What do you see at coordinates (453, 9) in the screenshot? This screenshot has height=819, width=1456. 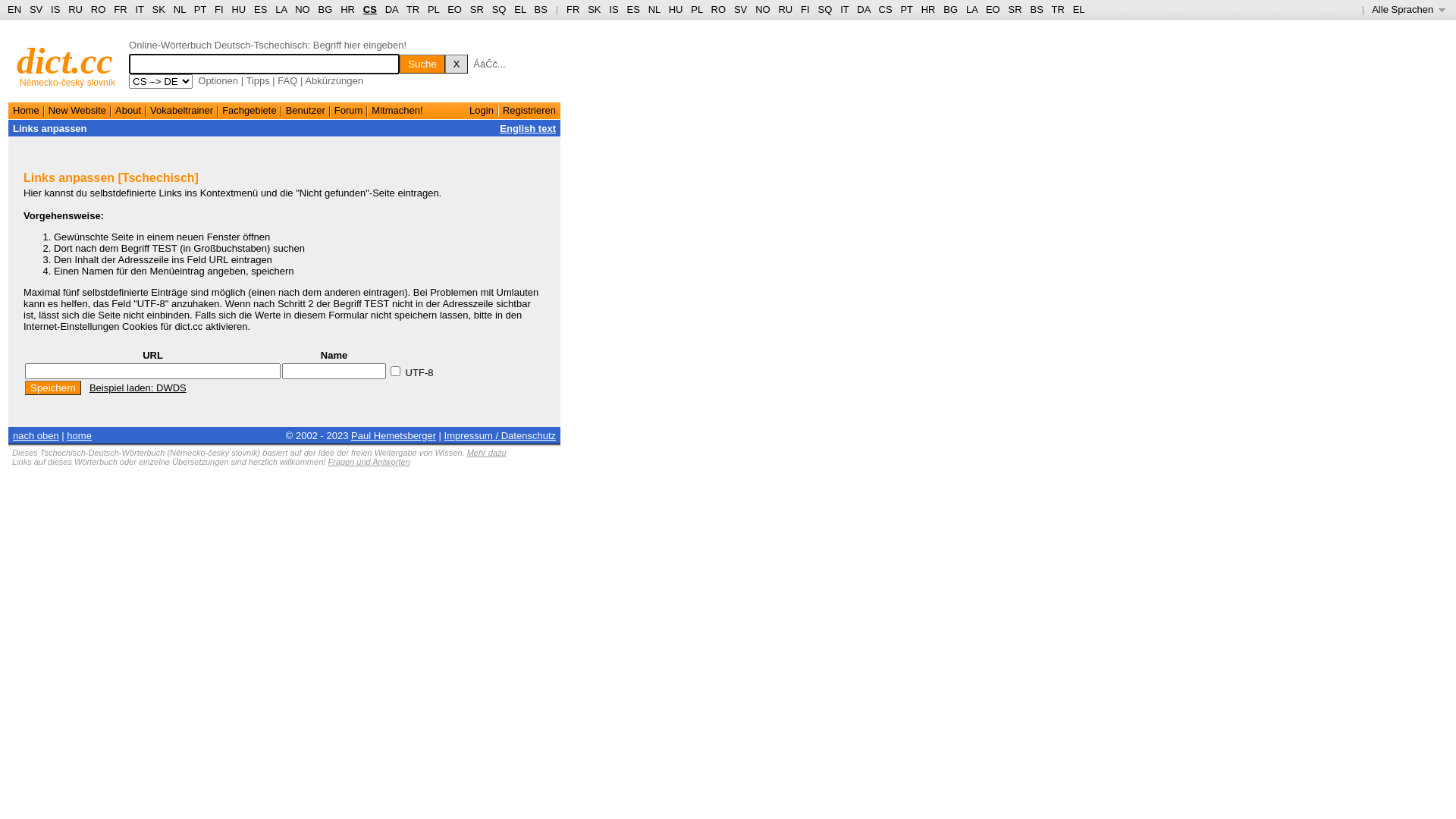 I see `'EO'` at bounding box center [453, 9].